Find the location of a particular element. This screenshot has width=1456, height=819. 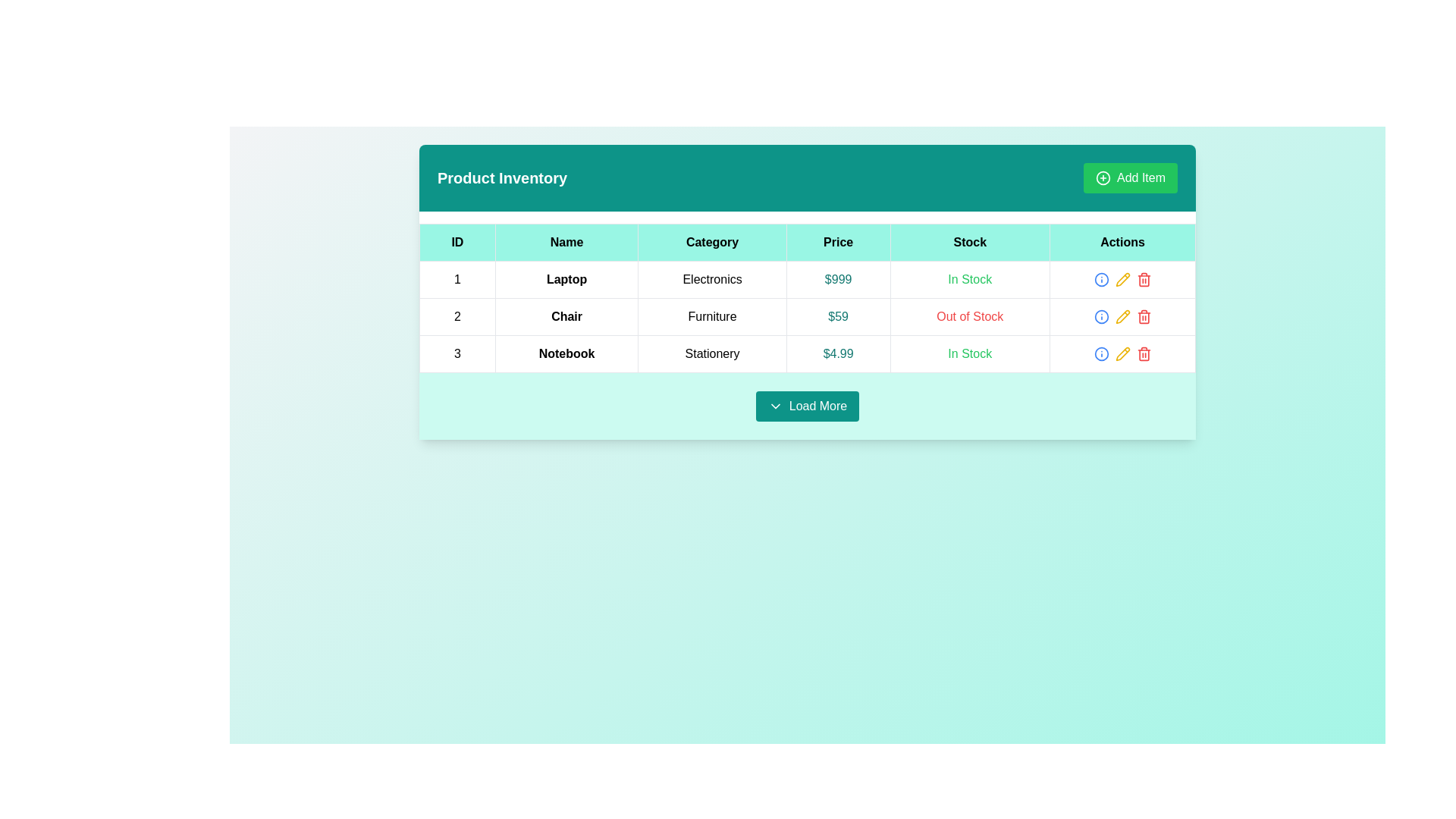

the Text label in the second row of the table under the 'Category' column, which is the third element in that row is located at coordinates (711, 315).